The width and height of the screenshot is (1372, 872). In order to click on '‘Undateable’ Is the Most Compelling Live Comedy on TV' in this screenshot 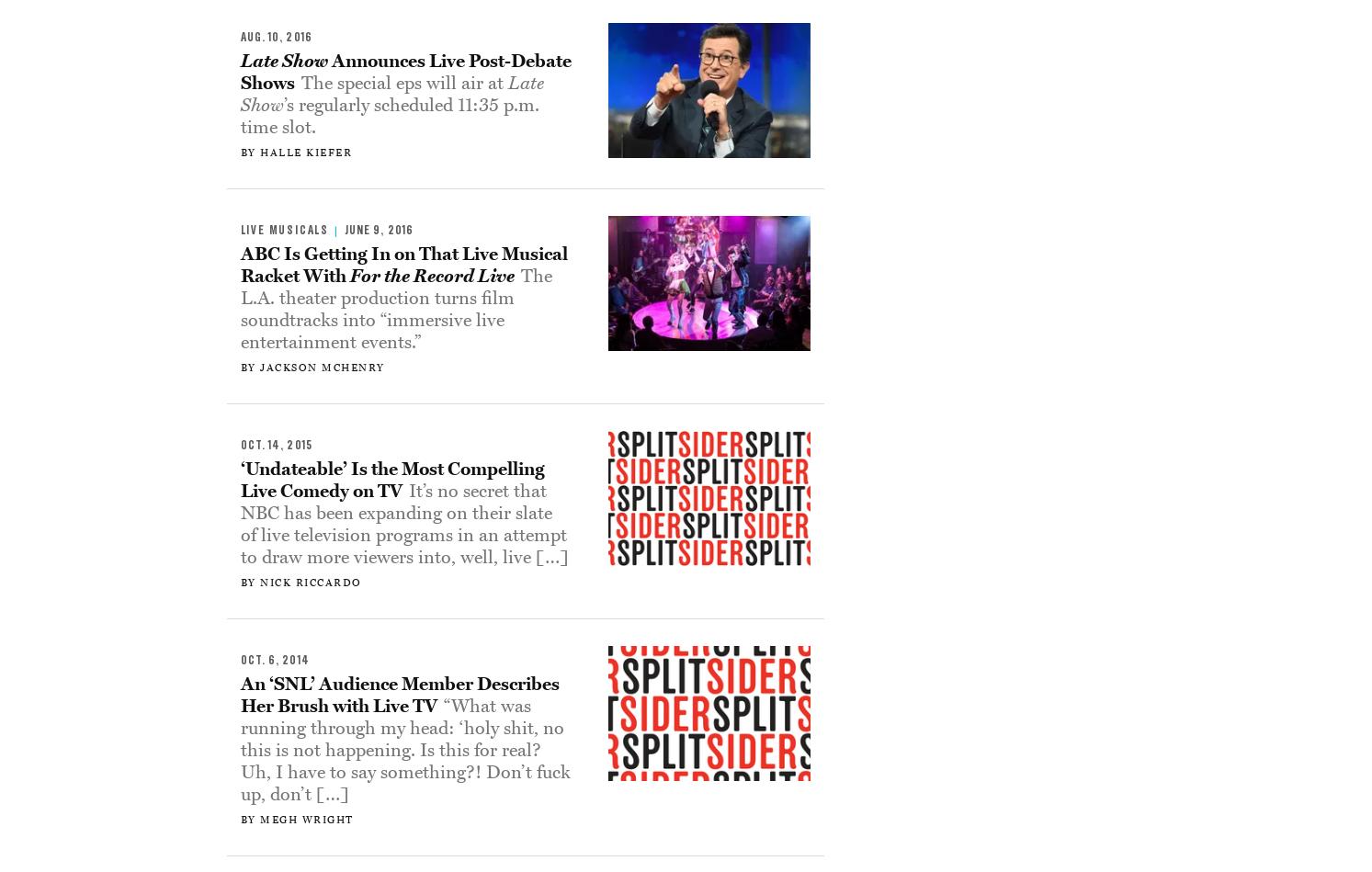, I will do `click(391, 479)`.